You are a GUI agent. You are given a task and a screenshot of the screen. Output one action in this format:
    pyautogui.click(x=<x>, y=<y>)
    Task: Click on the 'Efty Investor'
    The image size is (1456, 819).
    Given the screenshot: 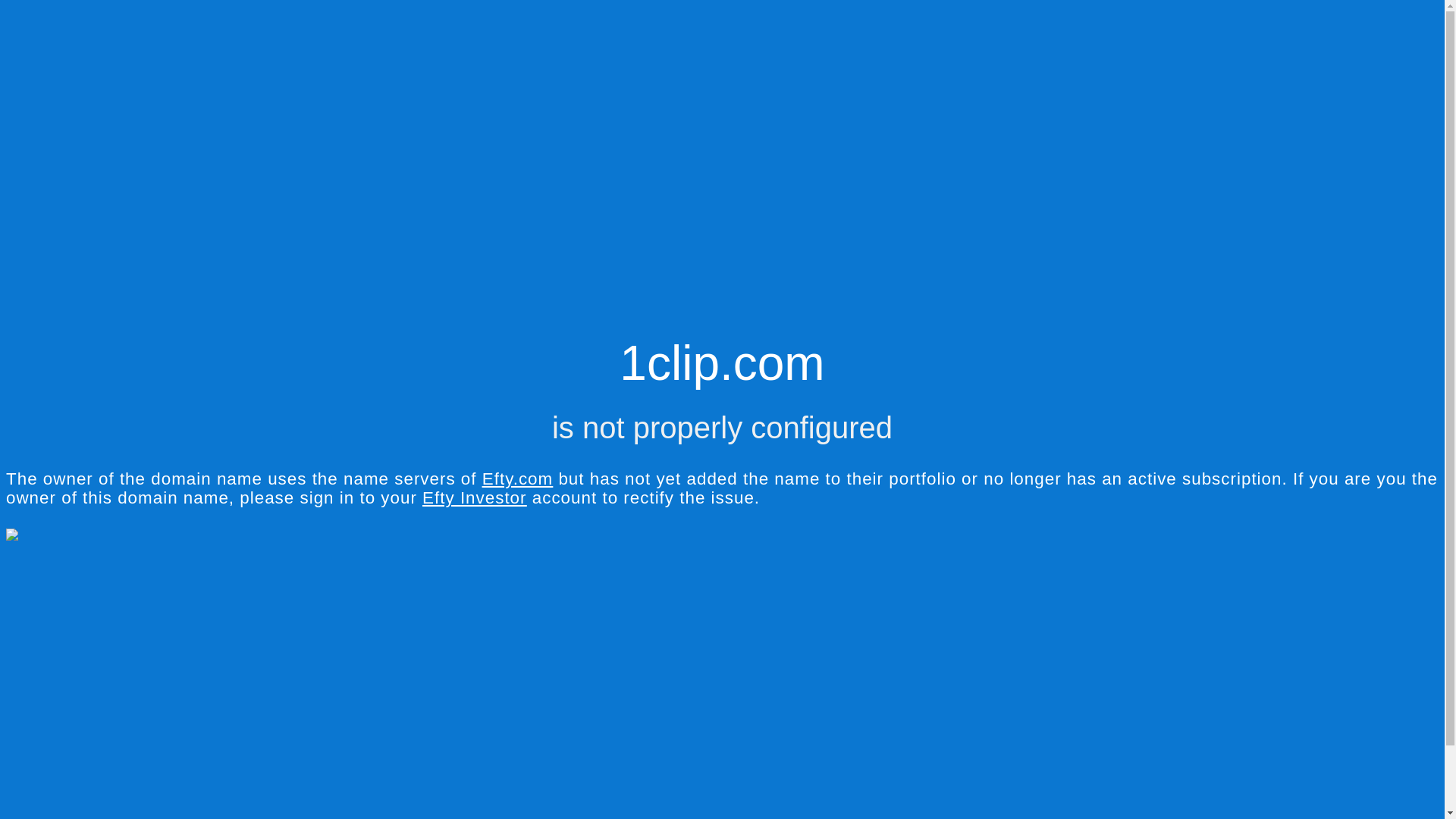 What is the action you would take?
    pyautogui.click(x=473, y=497)
    